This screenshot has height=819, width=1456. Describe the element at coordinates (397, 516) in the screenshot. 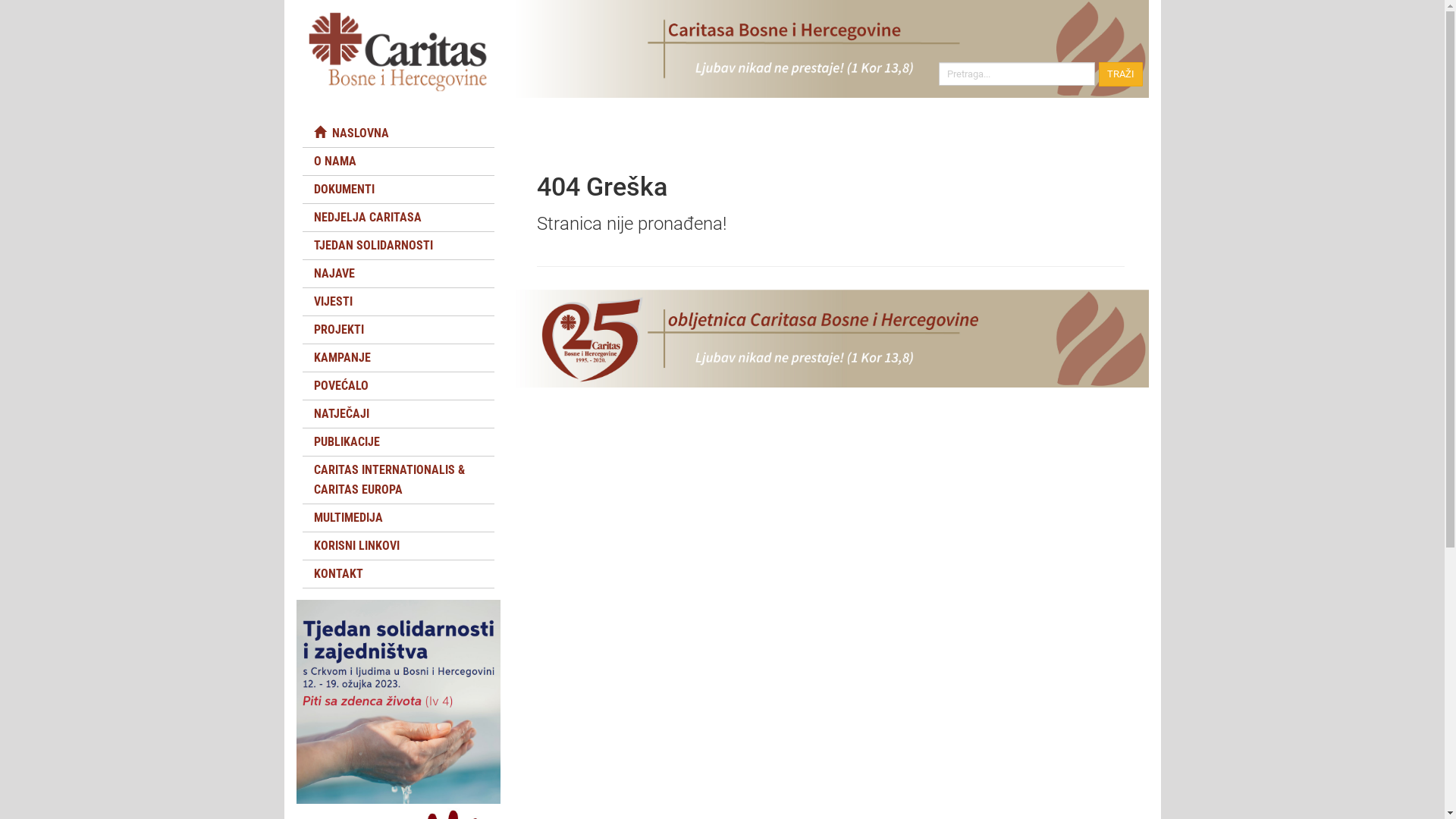

I see `'MULTIMEDIJA'` at that location.